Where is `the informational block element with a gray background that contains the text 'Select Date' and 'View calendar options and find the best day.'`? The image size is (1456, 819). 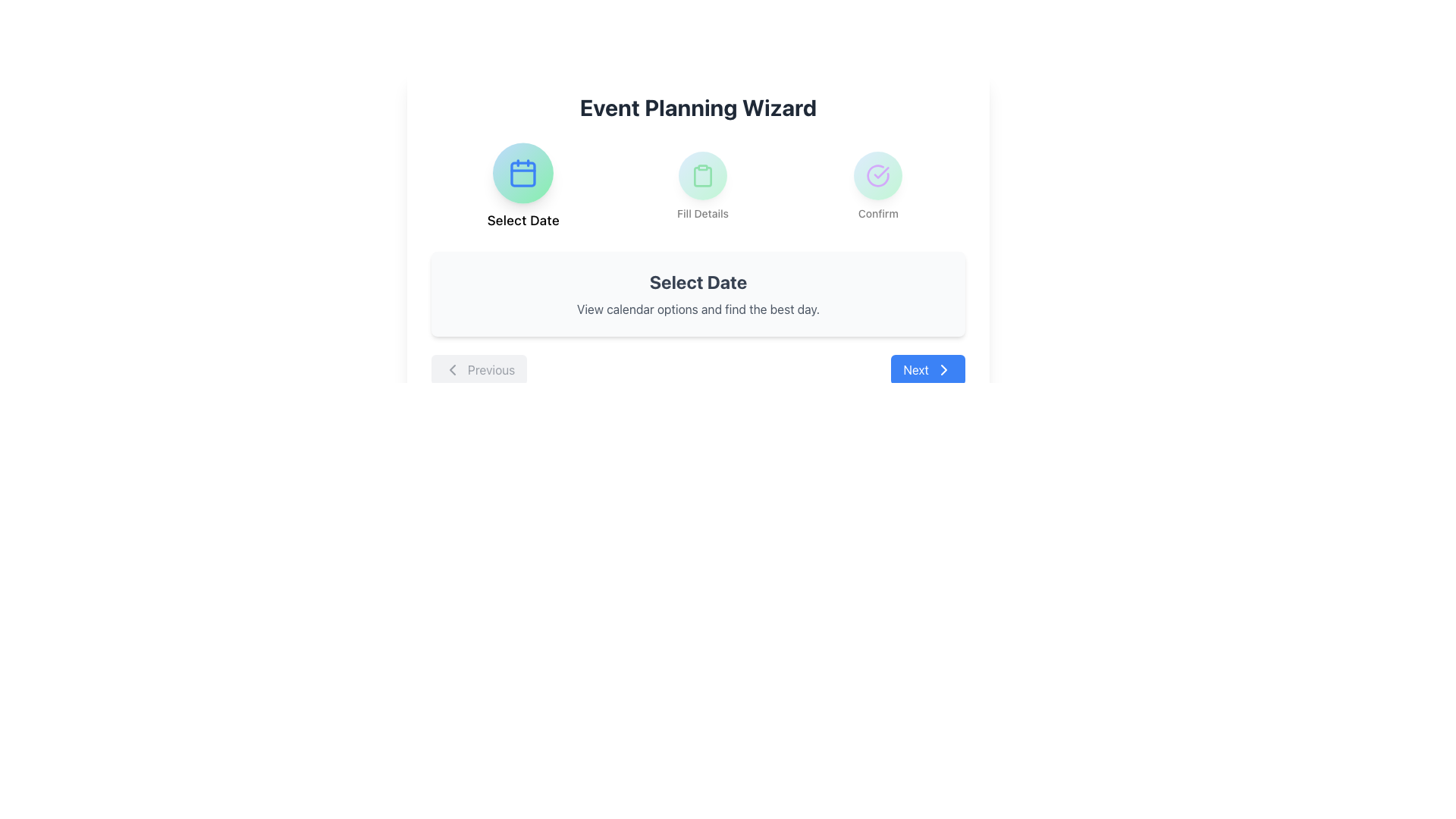 the informational block element with a gray background that contains the text 'Select Date' and 'View calendar options and find the best day.' is located at coordinates (698, 294).